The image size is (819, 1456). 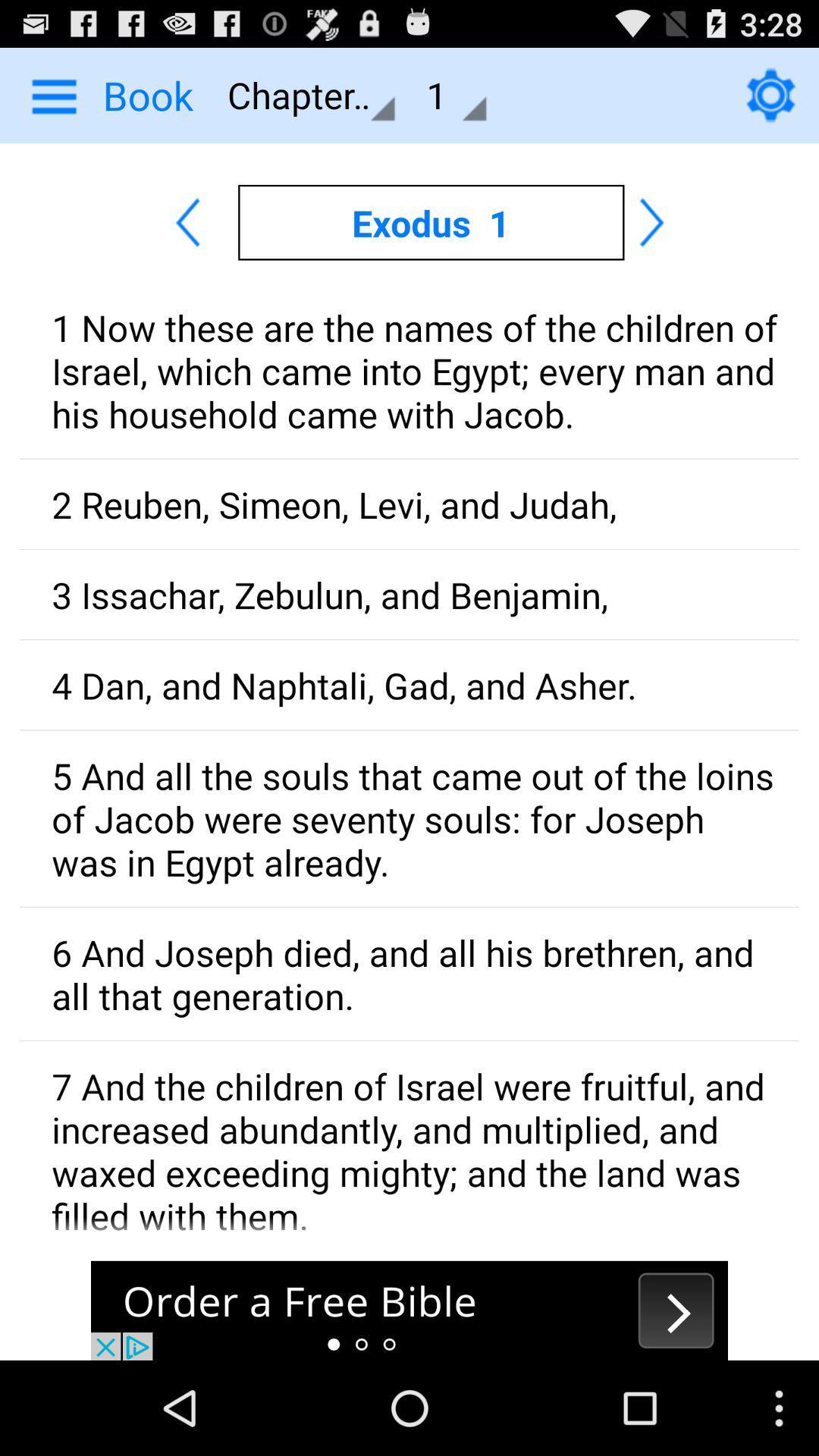 What do you see at coordinates (409, 1310) in the screenshot?
I see `shows order a free bible option` at bounding box center [409, 1310].